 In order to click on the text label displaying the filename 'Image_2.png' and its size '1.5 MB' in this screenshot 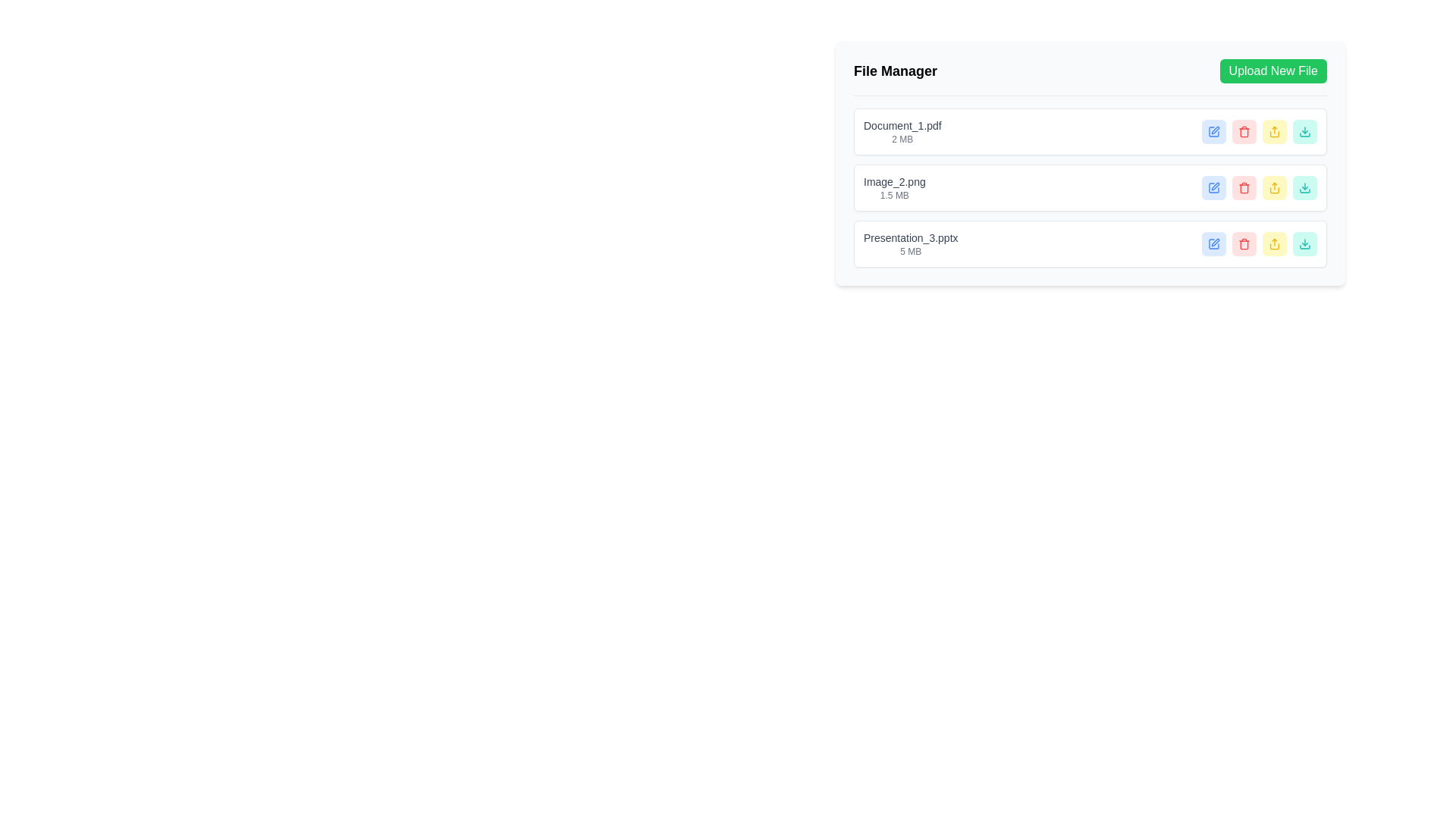, I will do `click(894, 187)`.